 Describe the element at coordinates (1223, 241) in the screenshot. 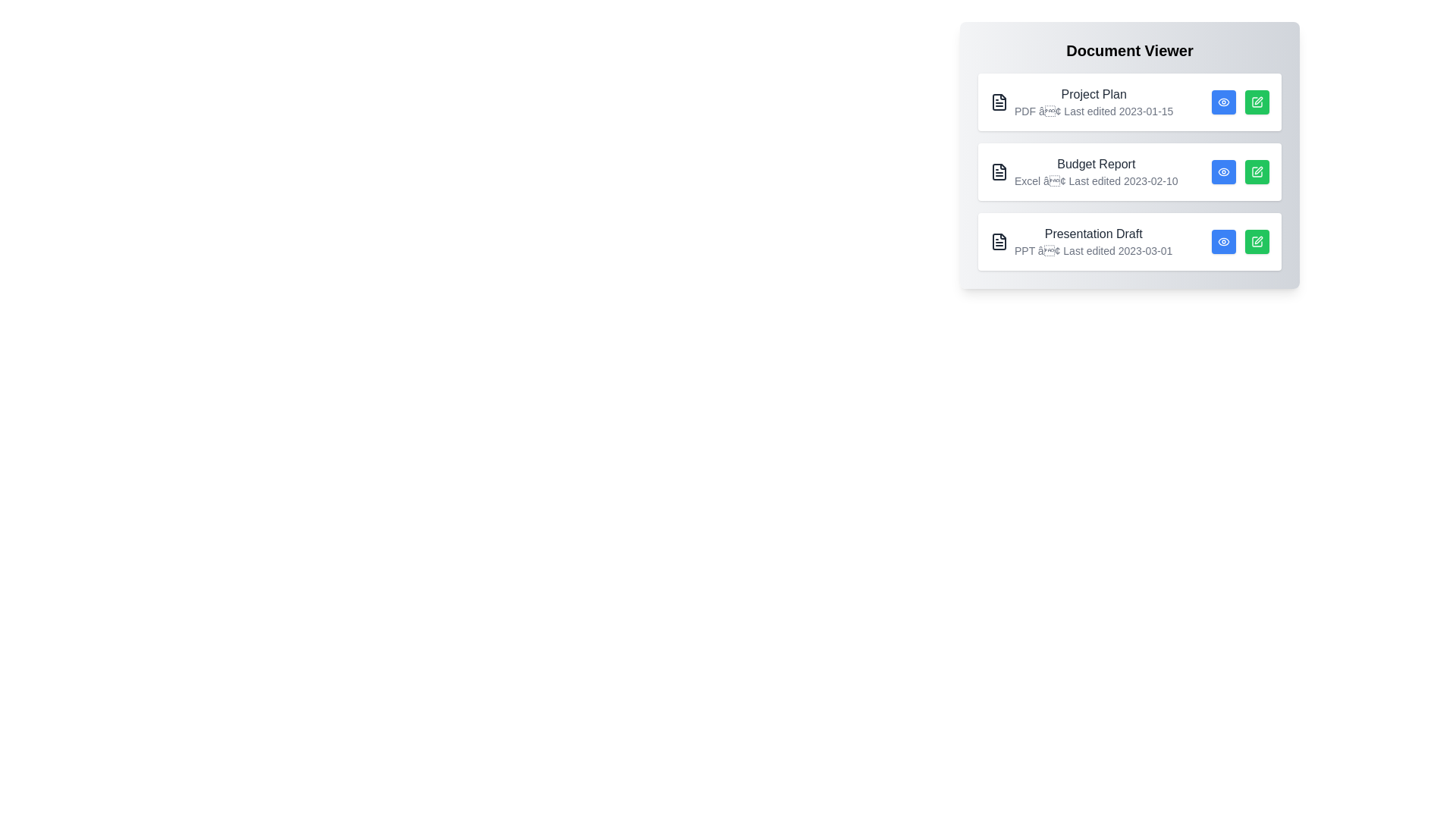

I see `eye icon for the document titled Presentation Draft to view its details` at that location.